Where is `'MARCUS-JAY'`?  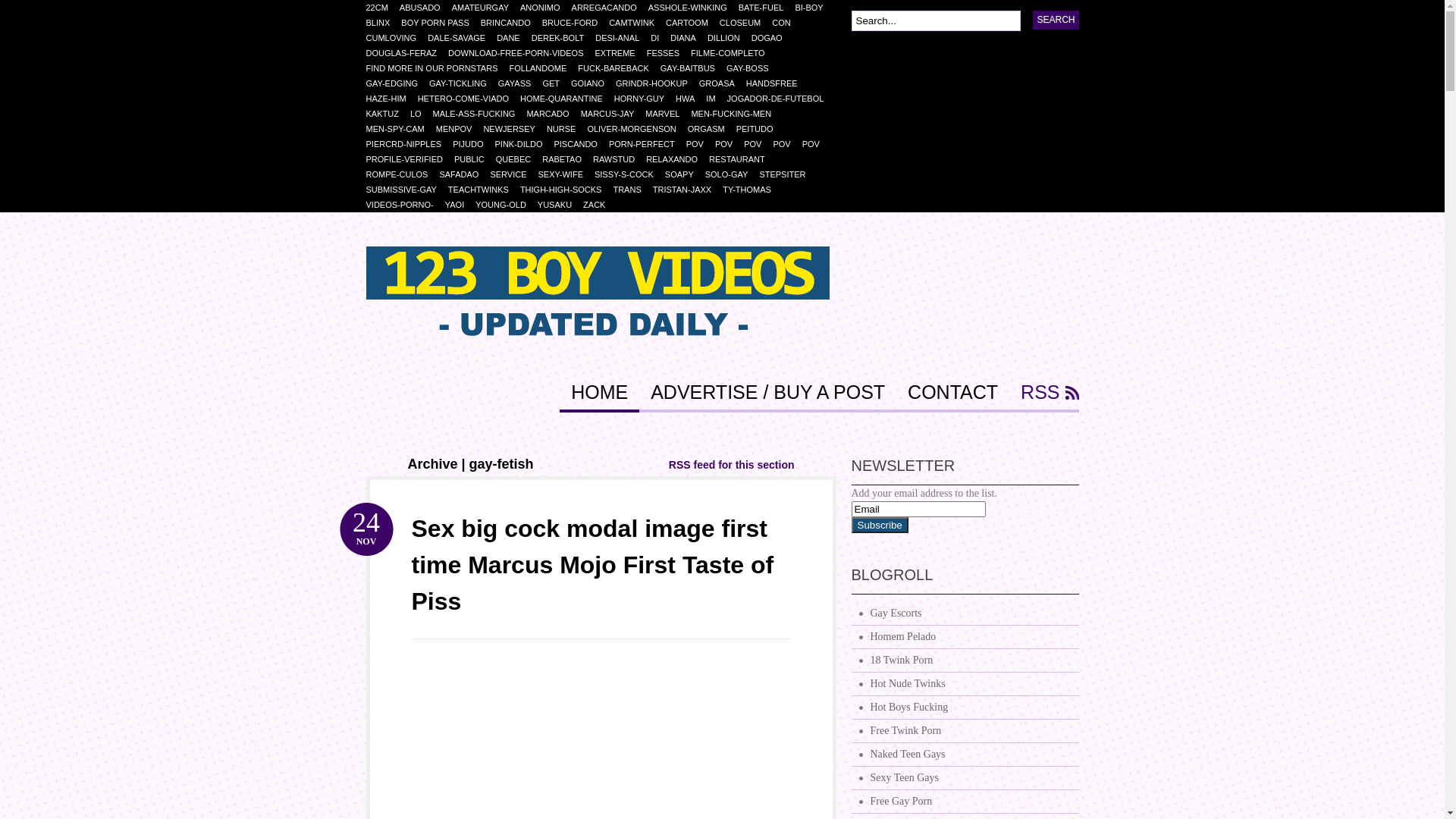
'MARCUS-JAY' is located at coordinates (613, 113).